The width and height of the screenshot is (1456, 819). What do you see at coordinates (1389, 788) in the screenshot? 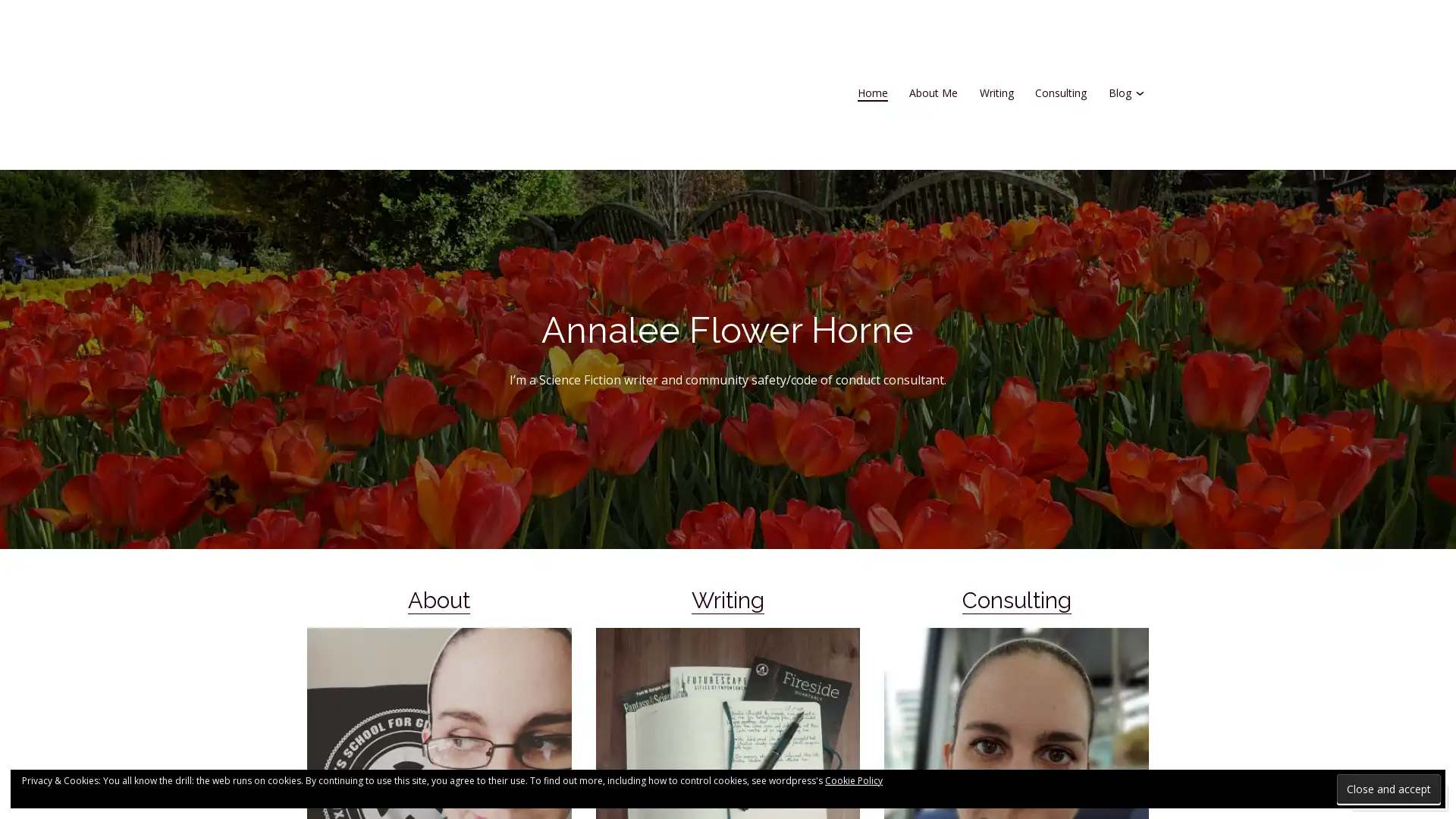
I see `Close and accept` at bounding box center [1389, 788].